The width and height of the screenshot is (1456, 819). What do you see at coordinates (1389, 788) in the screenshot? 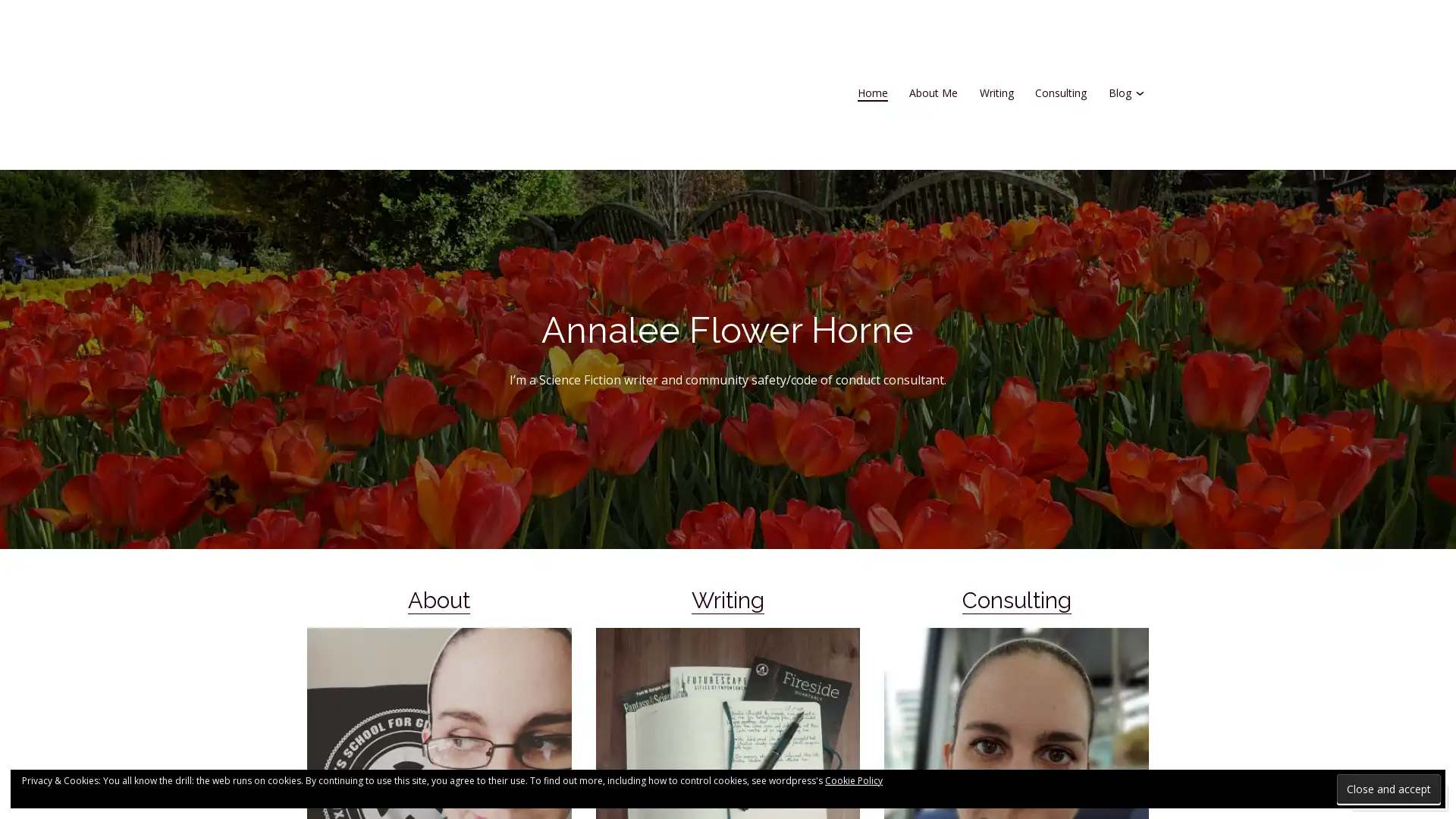
I see `Close and accept` at bounding box center [1389, 788].